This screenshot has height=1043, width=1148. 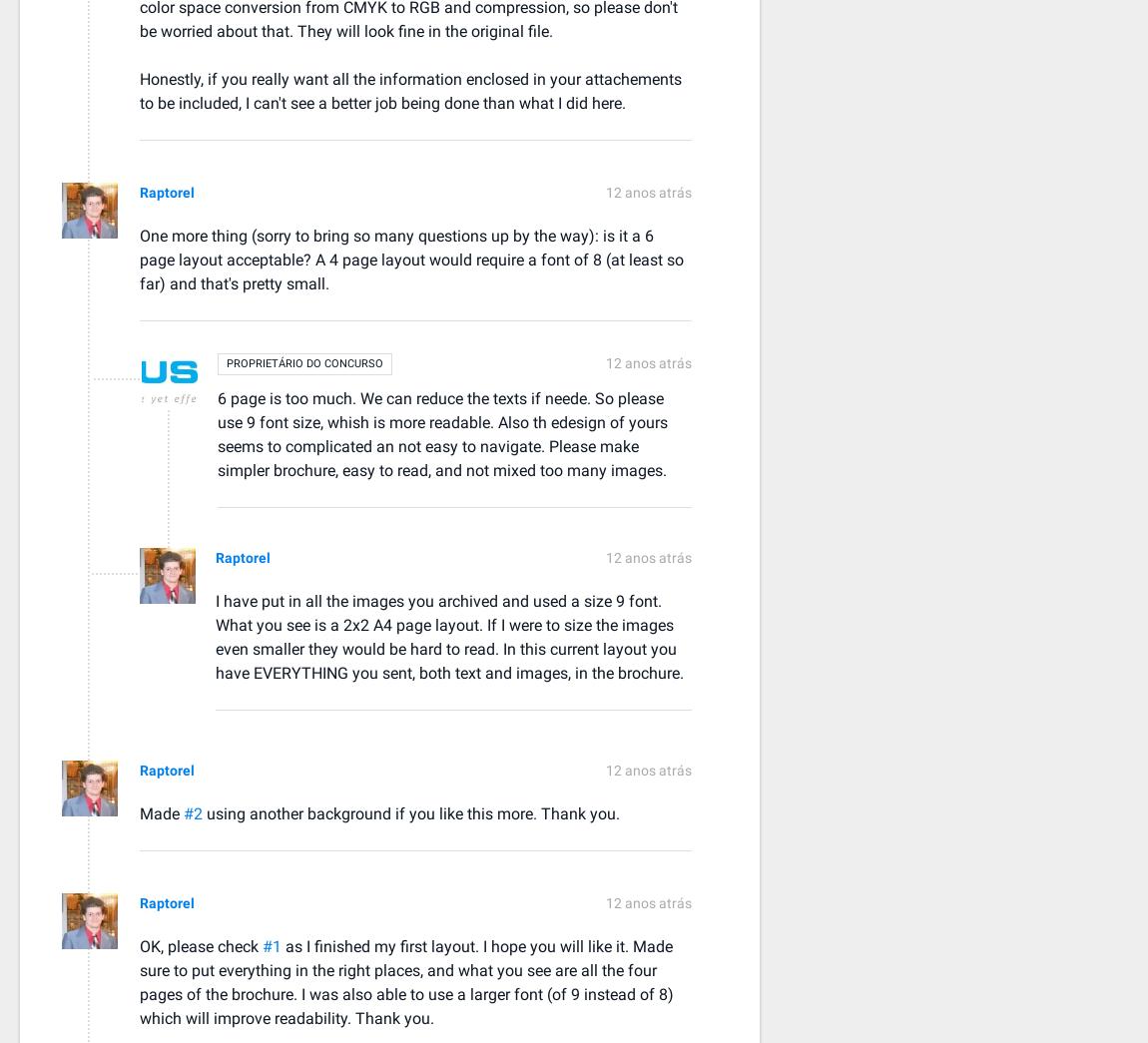 I want to click on '6 page is too much. We can reduce the texts if neede. So please use 9 font size, whish is more readable. Also th edesign of yours seems to complicated an not easy to navigate. Please make simpler brochure, easy to read, and not mixed too many images.', so click(x=442, y=433).